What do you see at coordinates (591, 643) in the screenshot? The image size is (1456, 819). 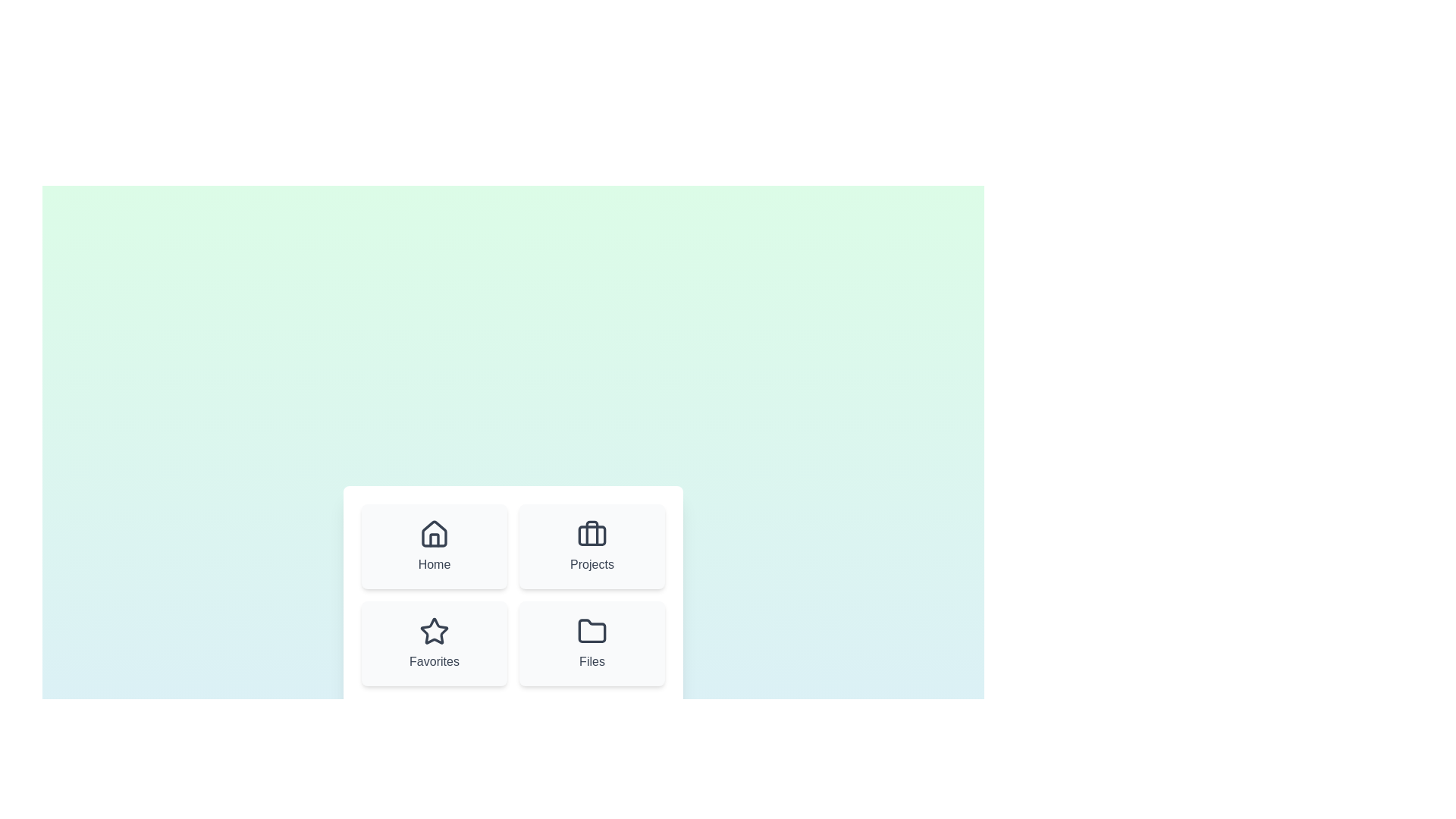 I see `the menu item labeled Files to activate it` at bounding box center [591, 643].